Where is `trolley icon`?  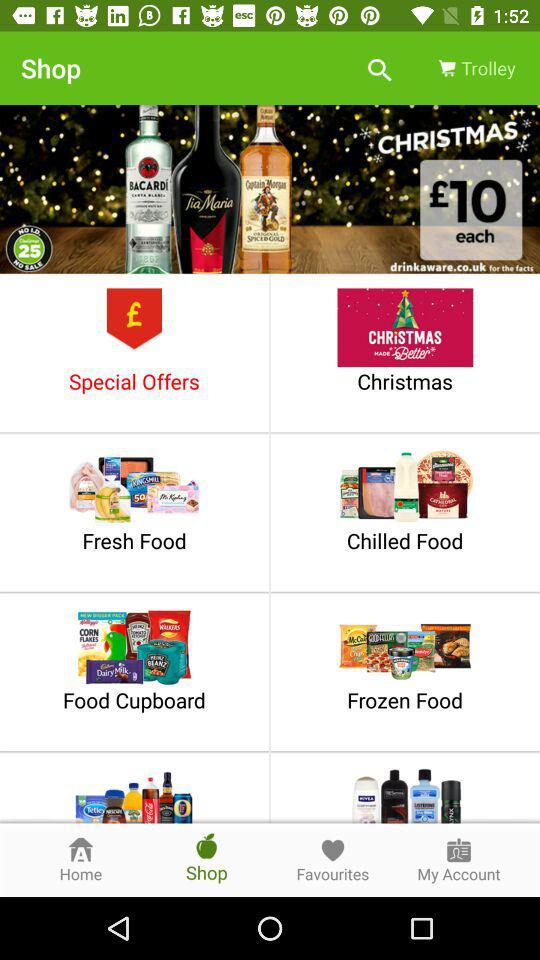
trolley icon is located at coordinates (474, 68).